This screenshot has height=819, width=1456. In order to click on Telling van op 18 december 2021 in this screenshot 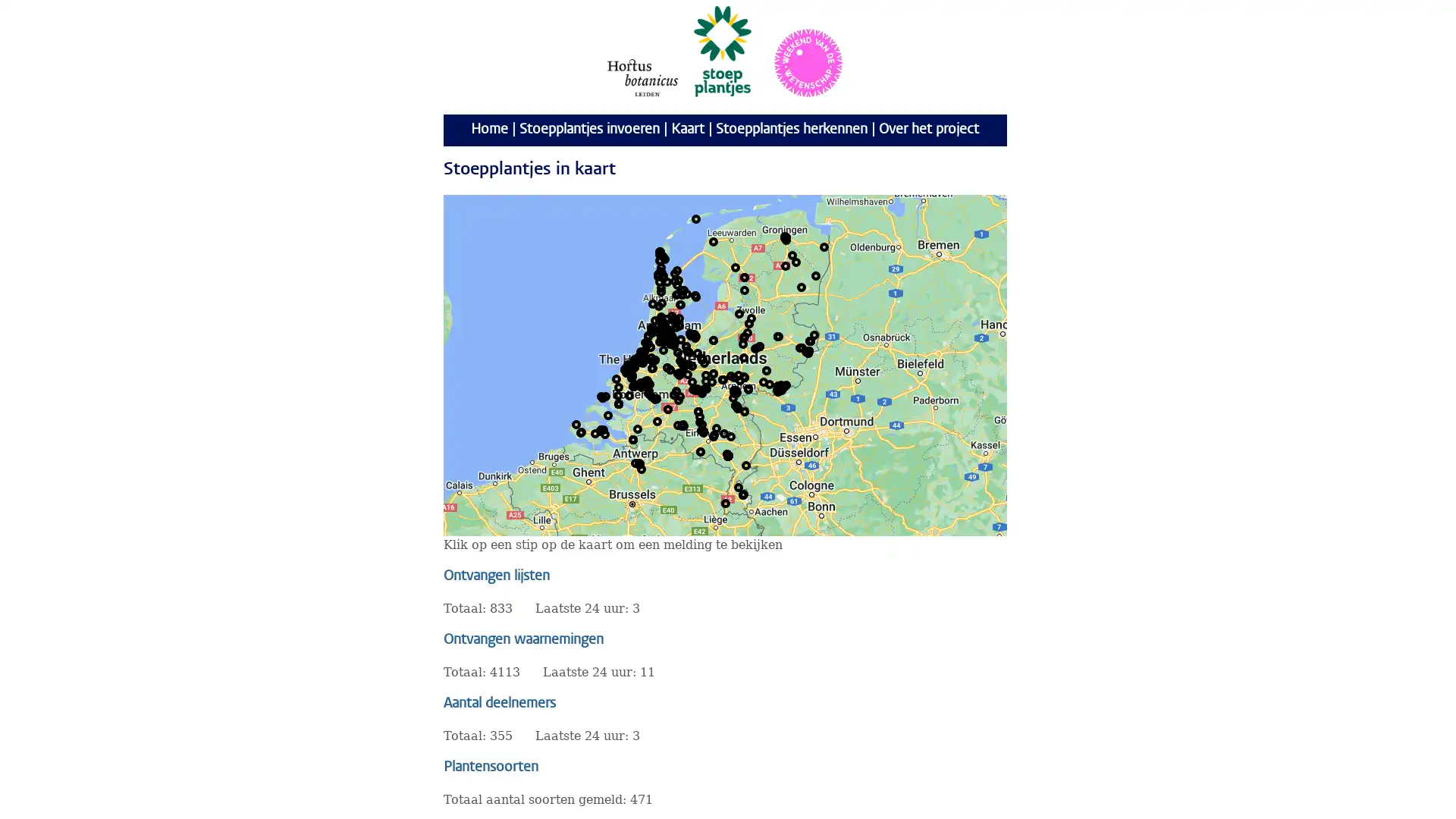, I will do `click(668, 336)`.